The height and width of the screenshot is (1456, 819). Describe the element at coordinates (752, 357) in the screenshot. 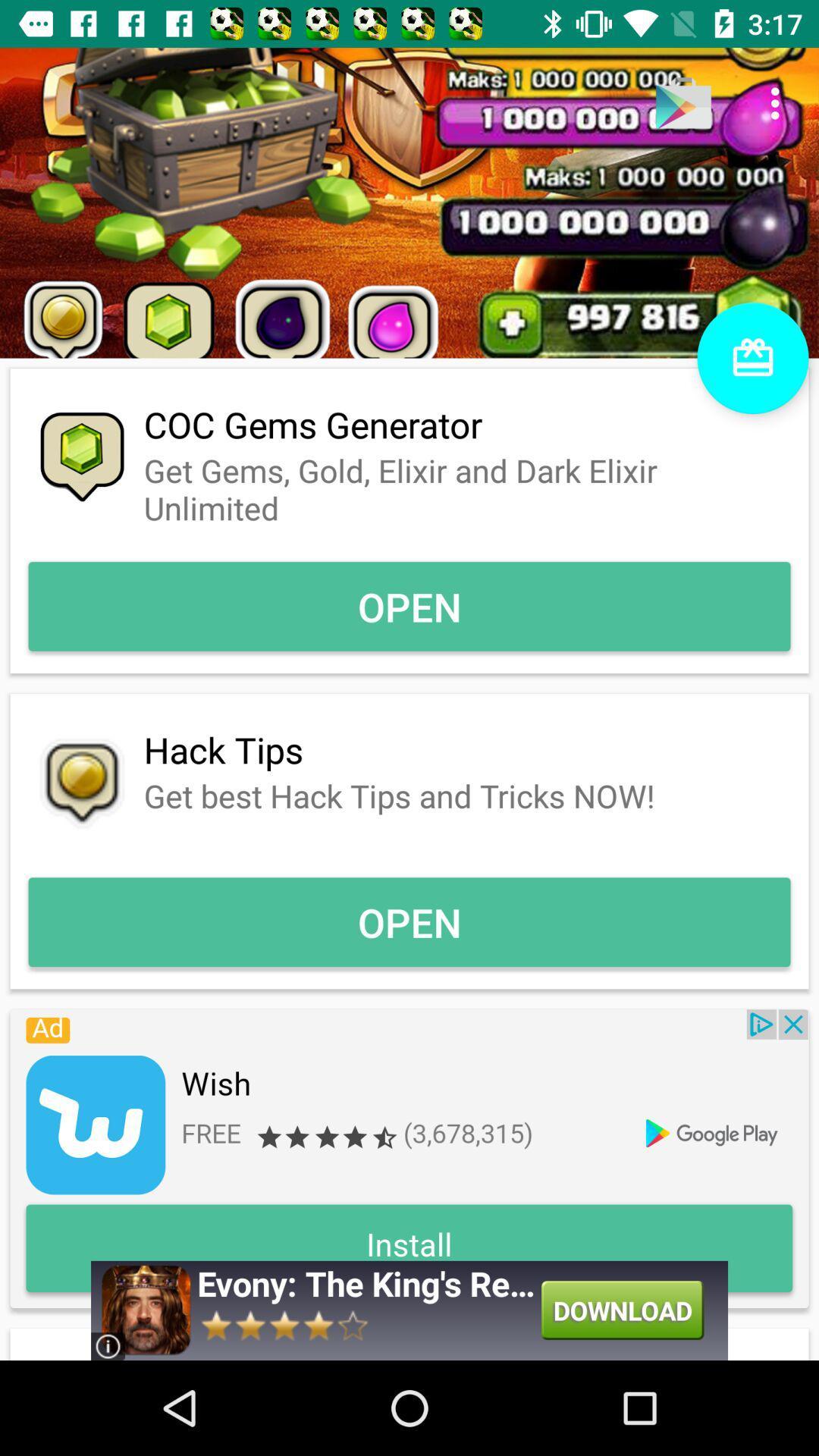

I see `open perks menu` at that location.